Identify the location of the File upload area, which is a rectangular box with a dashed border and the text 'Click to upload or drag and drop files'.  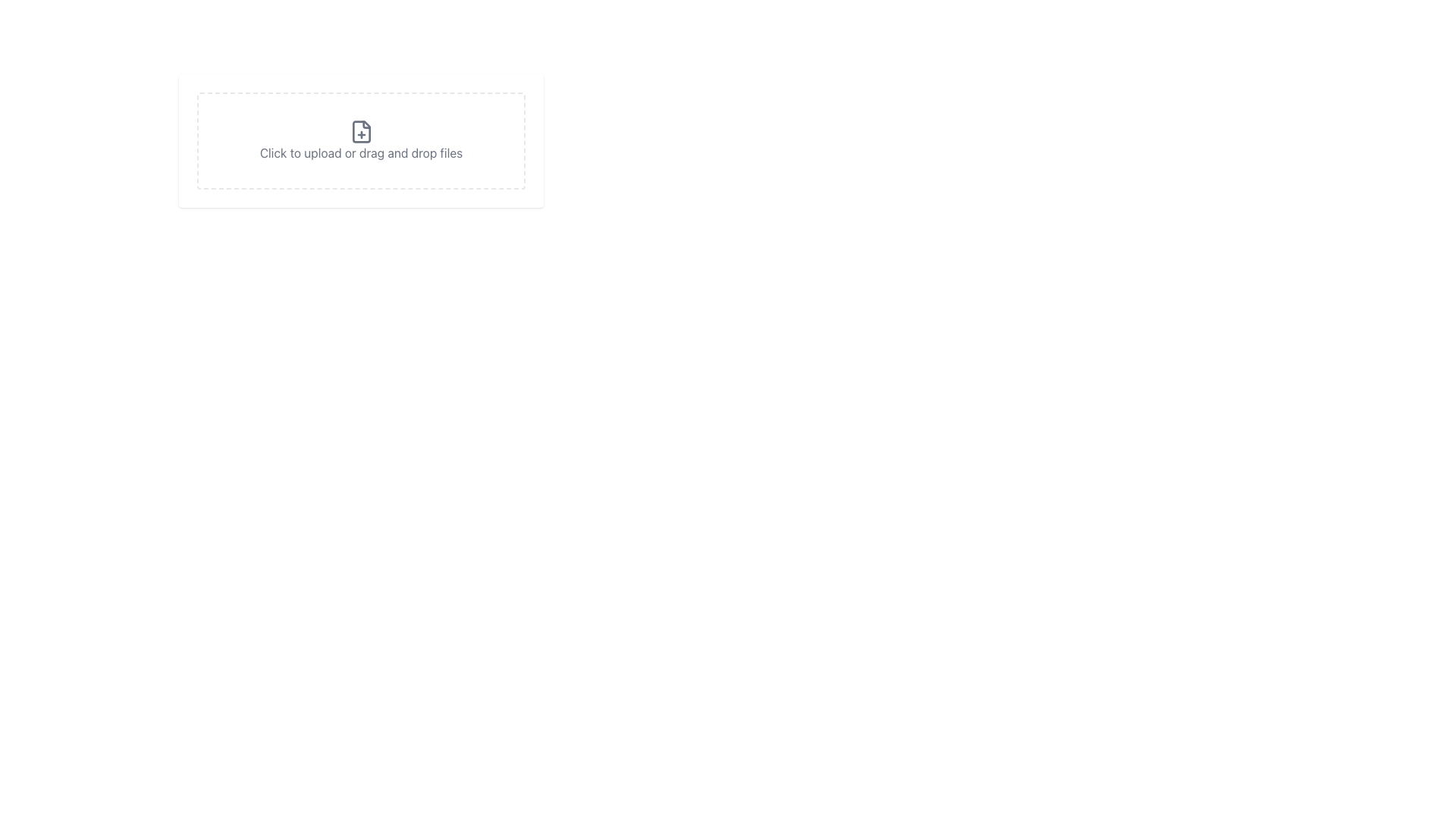
(360, 140).